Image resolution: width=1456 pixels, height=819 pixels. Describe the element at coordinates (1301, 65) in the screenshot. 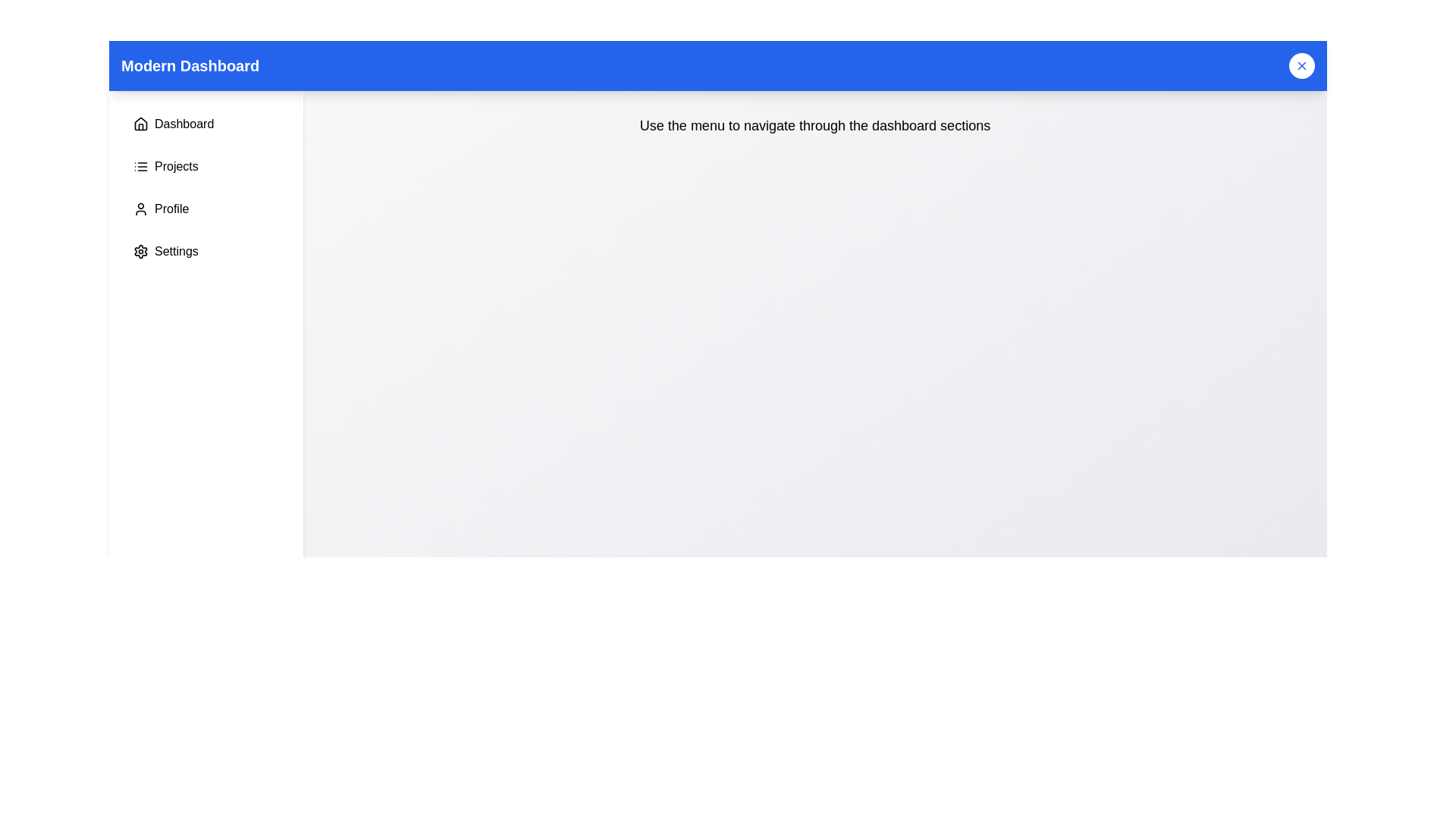

I see `the circular button with a white background and blue border containing an 'X' icon` at that location.